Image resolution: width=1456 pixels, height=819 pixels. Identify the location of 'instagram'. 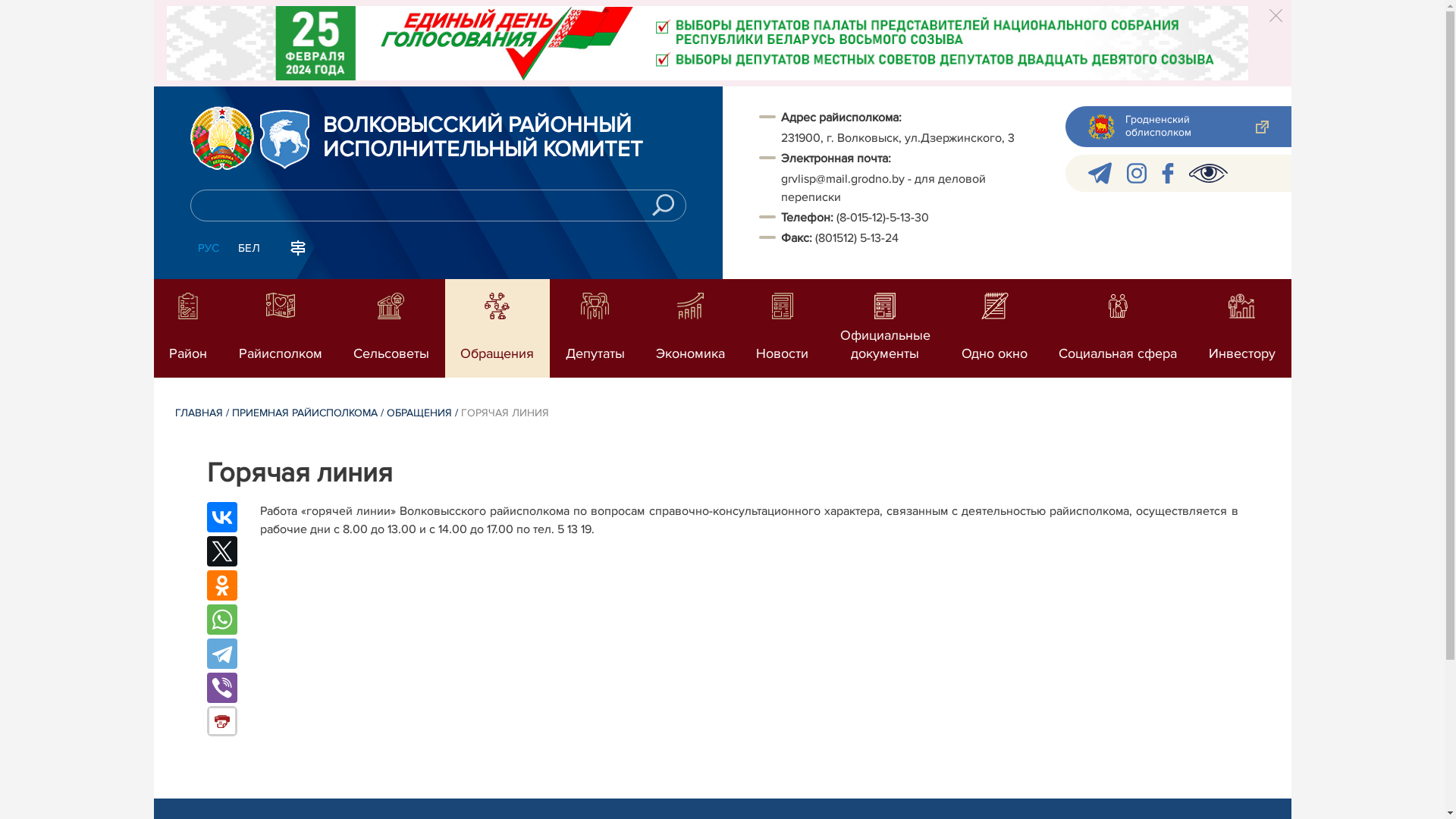
(1136, 172).